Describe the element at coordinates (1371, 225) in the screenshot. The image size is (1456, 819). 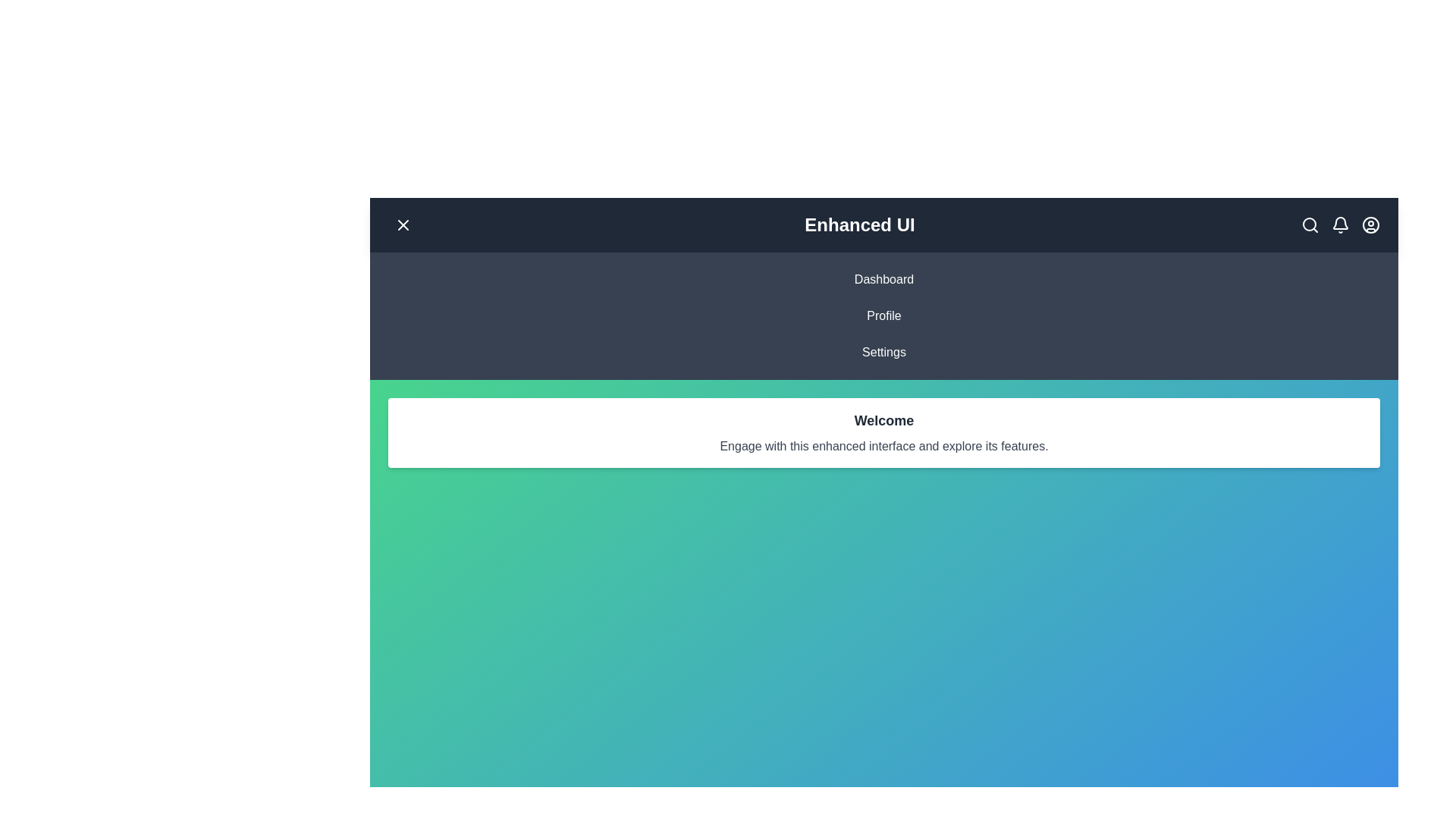
I see `the 'UserCircle' icon to access user profile options` at that location.